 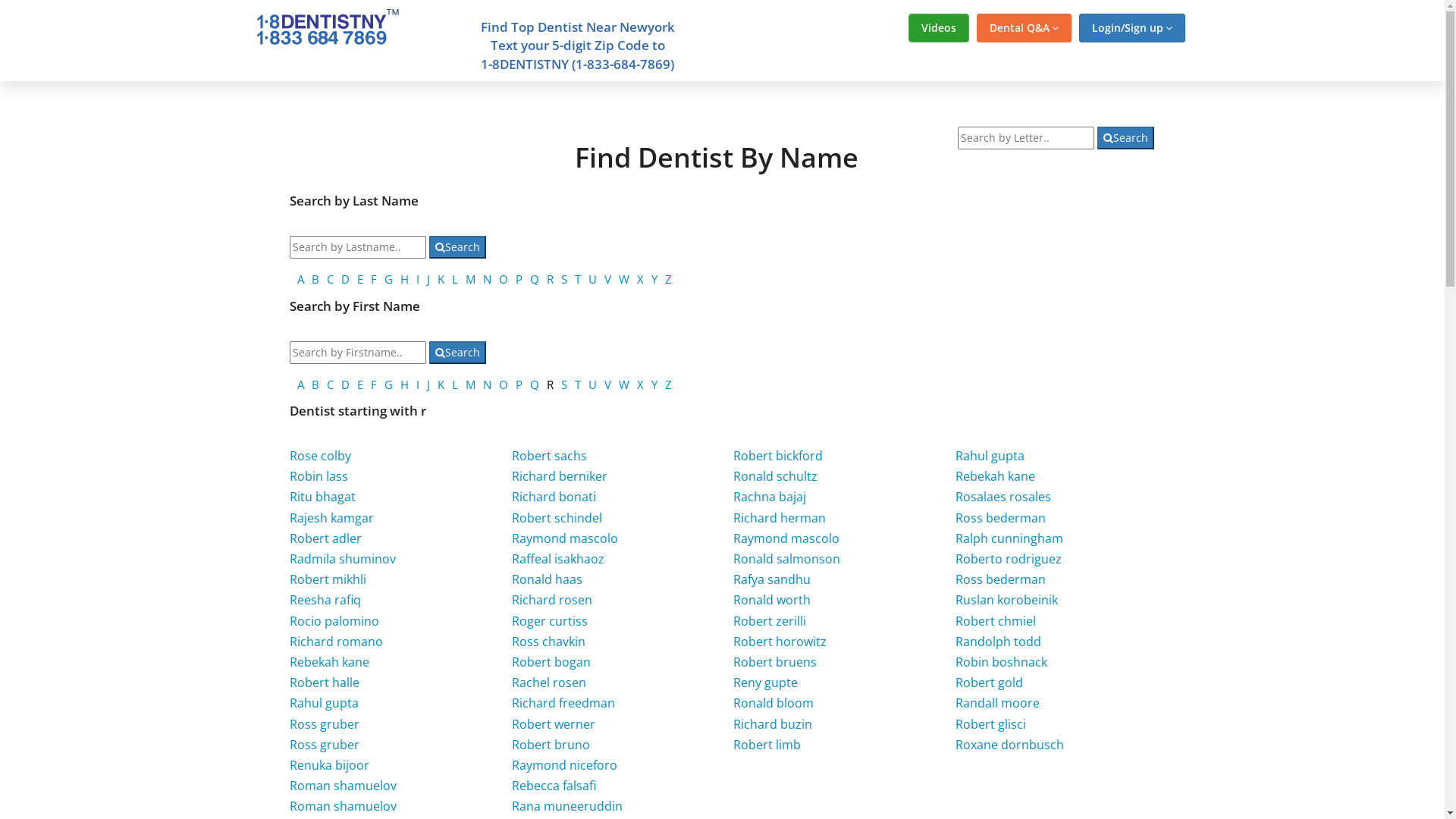 What do you see at coordinates (651, 383) in the screenshot?
I see `'Y'` at bounding box center [651, 383].